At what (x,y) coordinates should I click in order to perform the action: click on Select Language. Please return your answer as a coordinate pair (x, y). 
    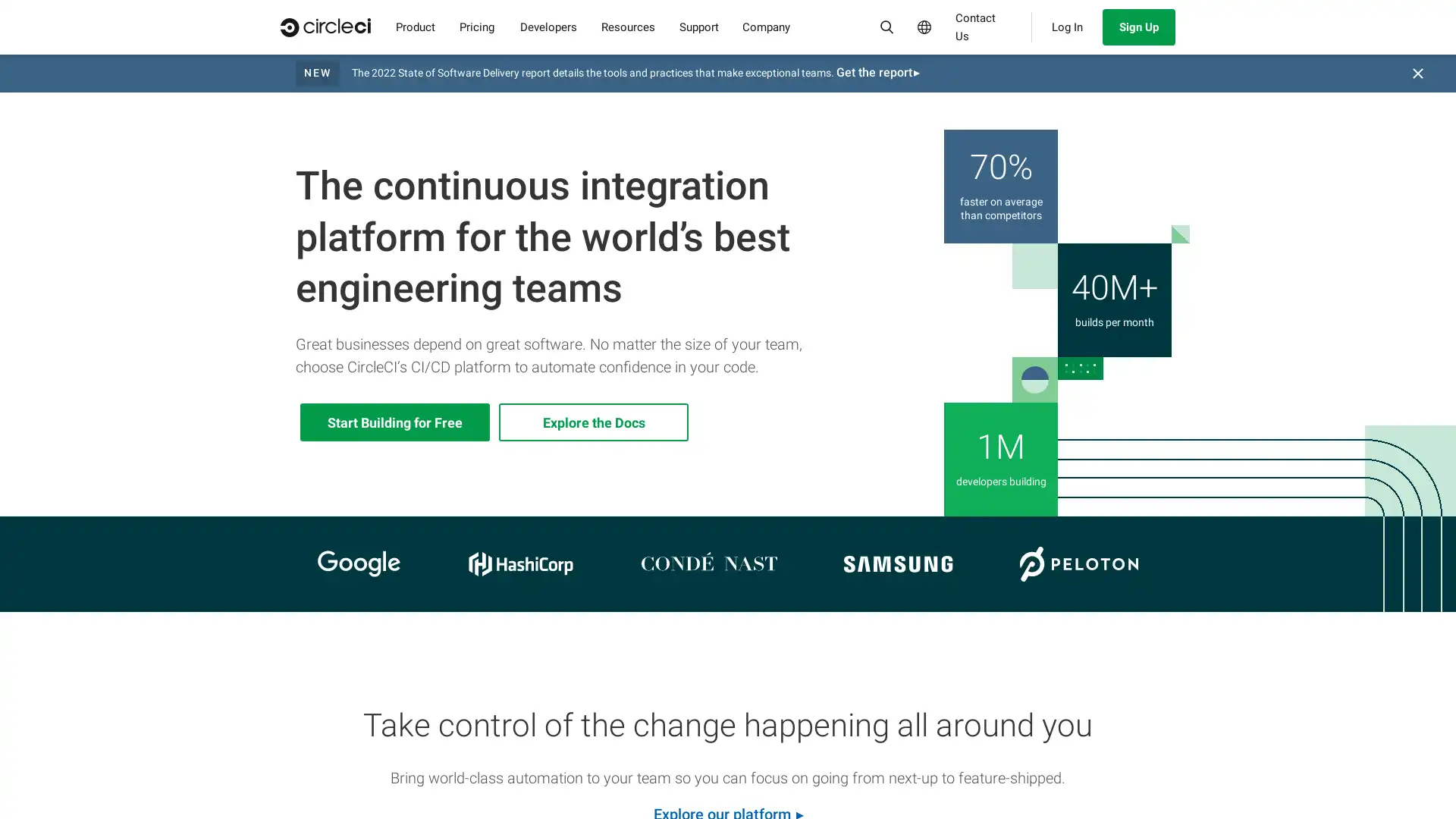
    Looking at the image, I should click on (924, 27).